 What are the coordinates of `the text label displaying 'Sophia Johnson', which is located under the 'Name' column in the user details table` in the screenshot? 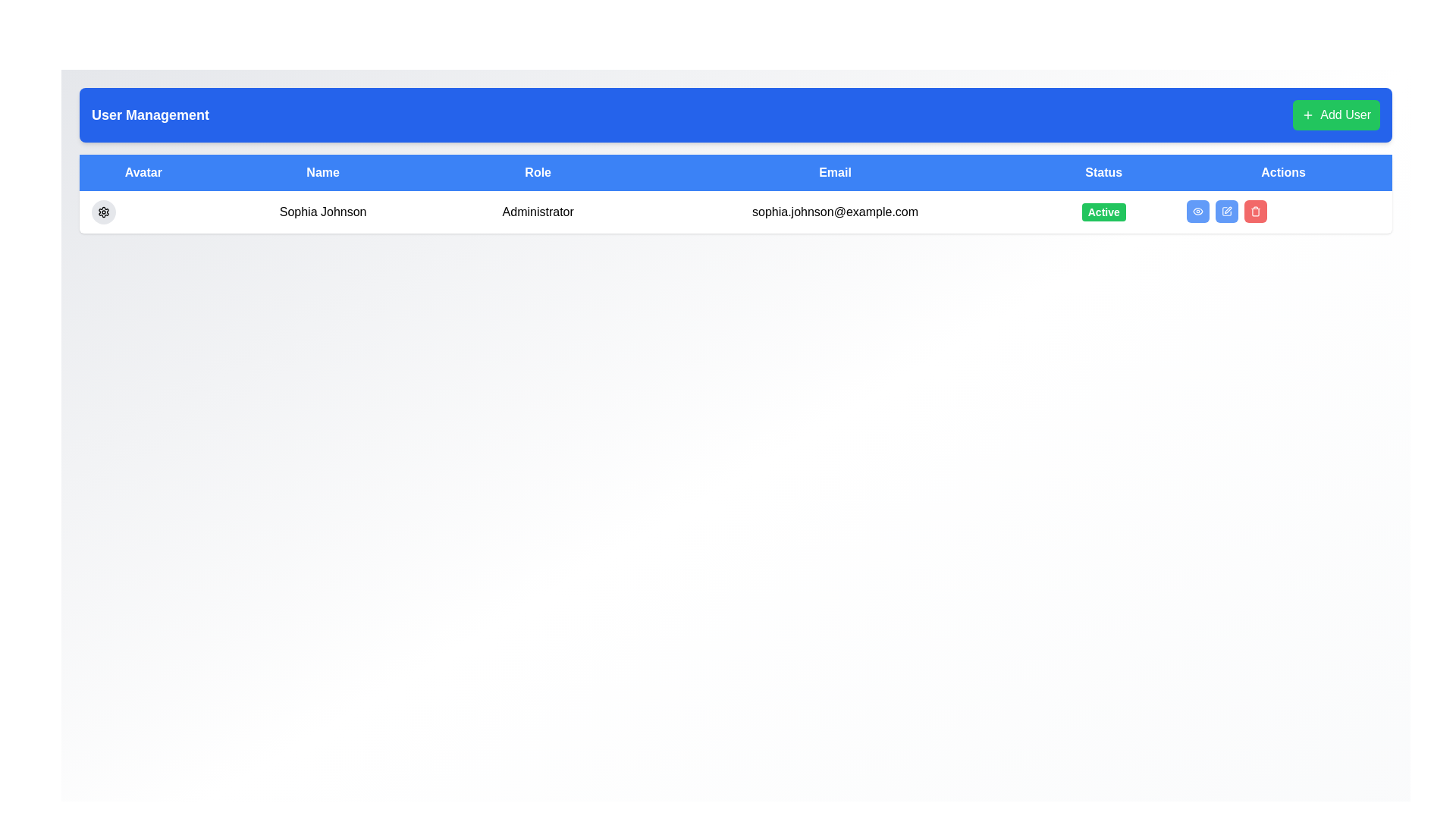 It's located at (322, 212).